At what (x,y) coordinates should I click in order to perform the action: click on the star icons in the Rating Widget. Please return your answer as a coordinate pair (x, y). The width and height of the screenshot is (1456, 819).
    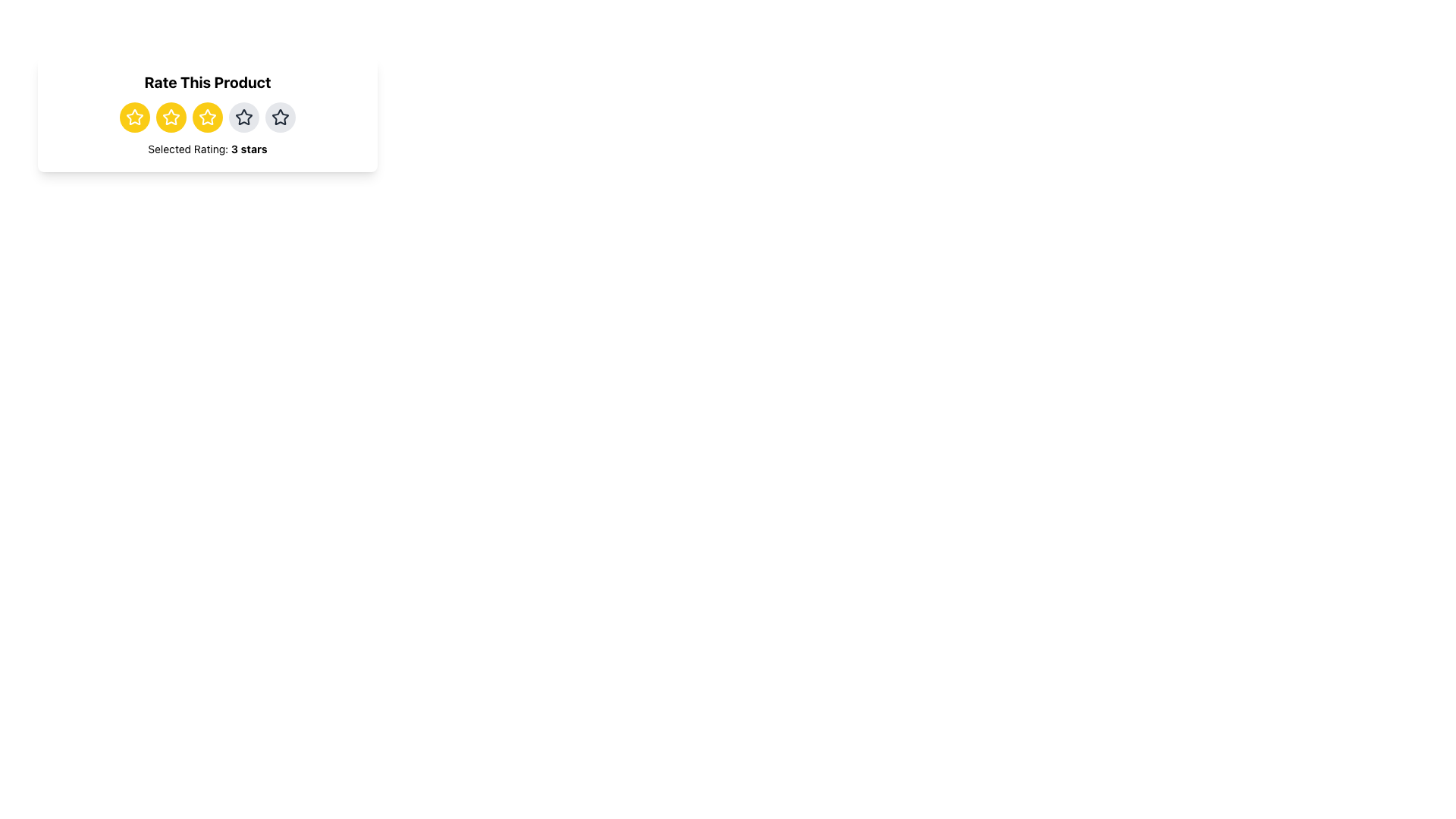
    Looking at the image, I should click on (206, 113).